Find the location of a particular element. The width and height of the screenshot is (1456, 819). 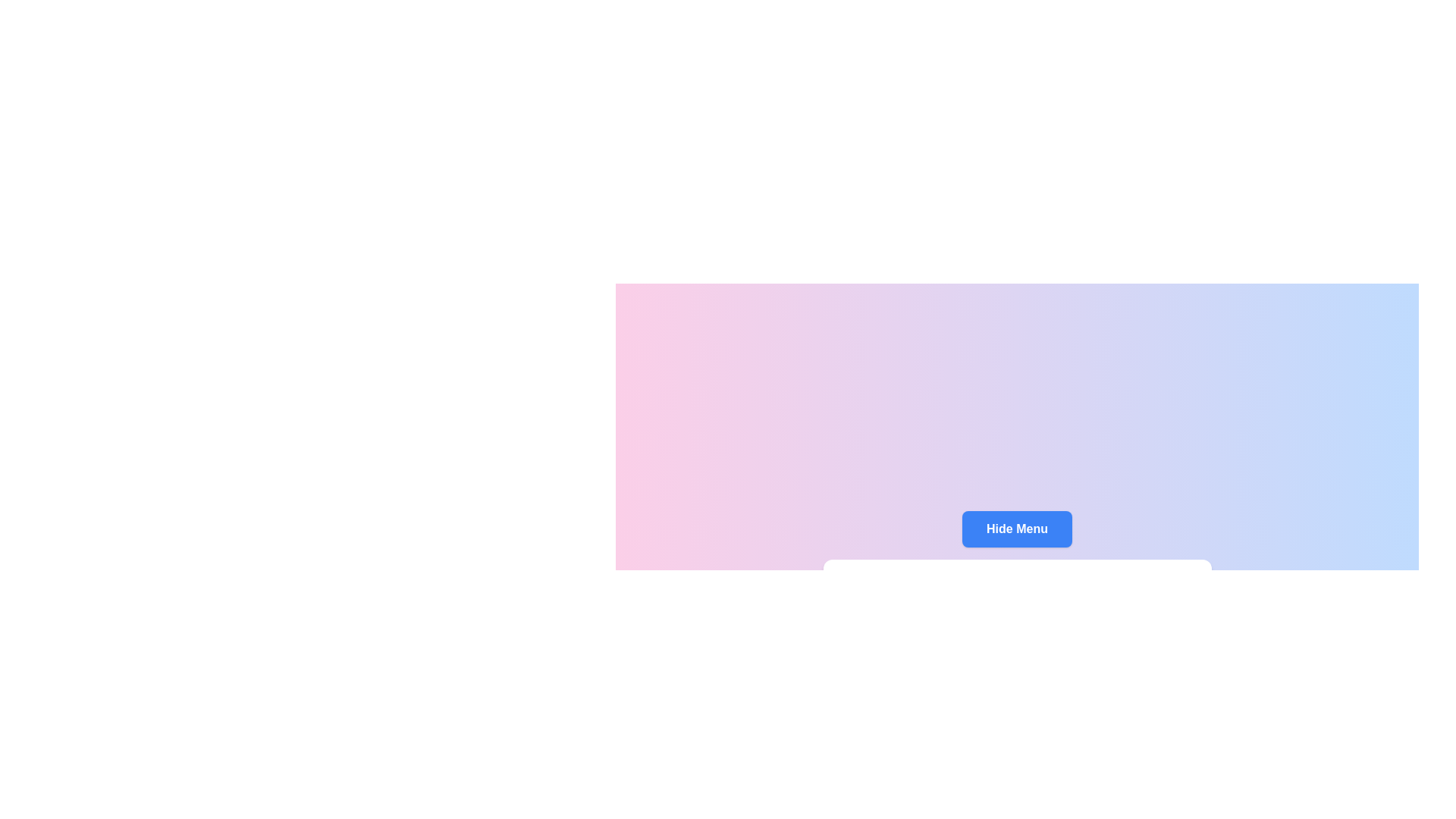

the 'Hide Menu' button to toggle the visibility of the menu is located at coordinates (1017, 529).